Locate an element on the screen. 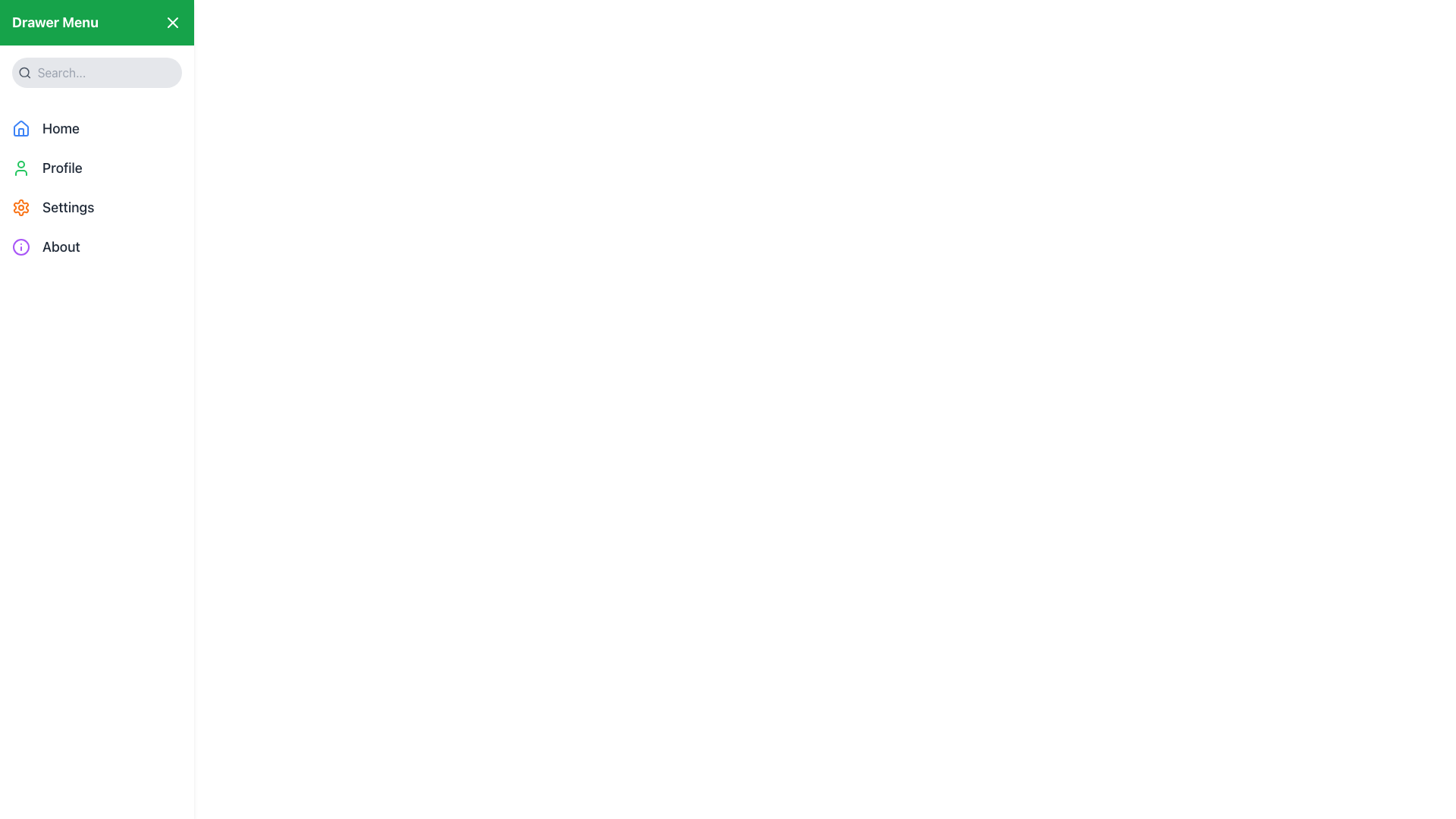 The width and height of the screenshot is (1456, 819). the 'About' text label in the vertical menu is located at coordinates (61, 246).